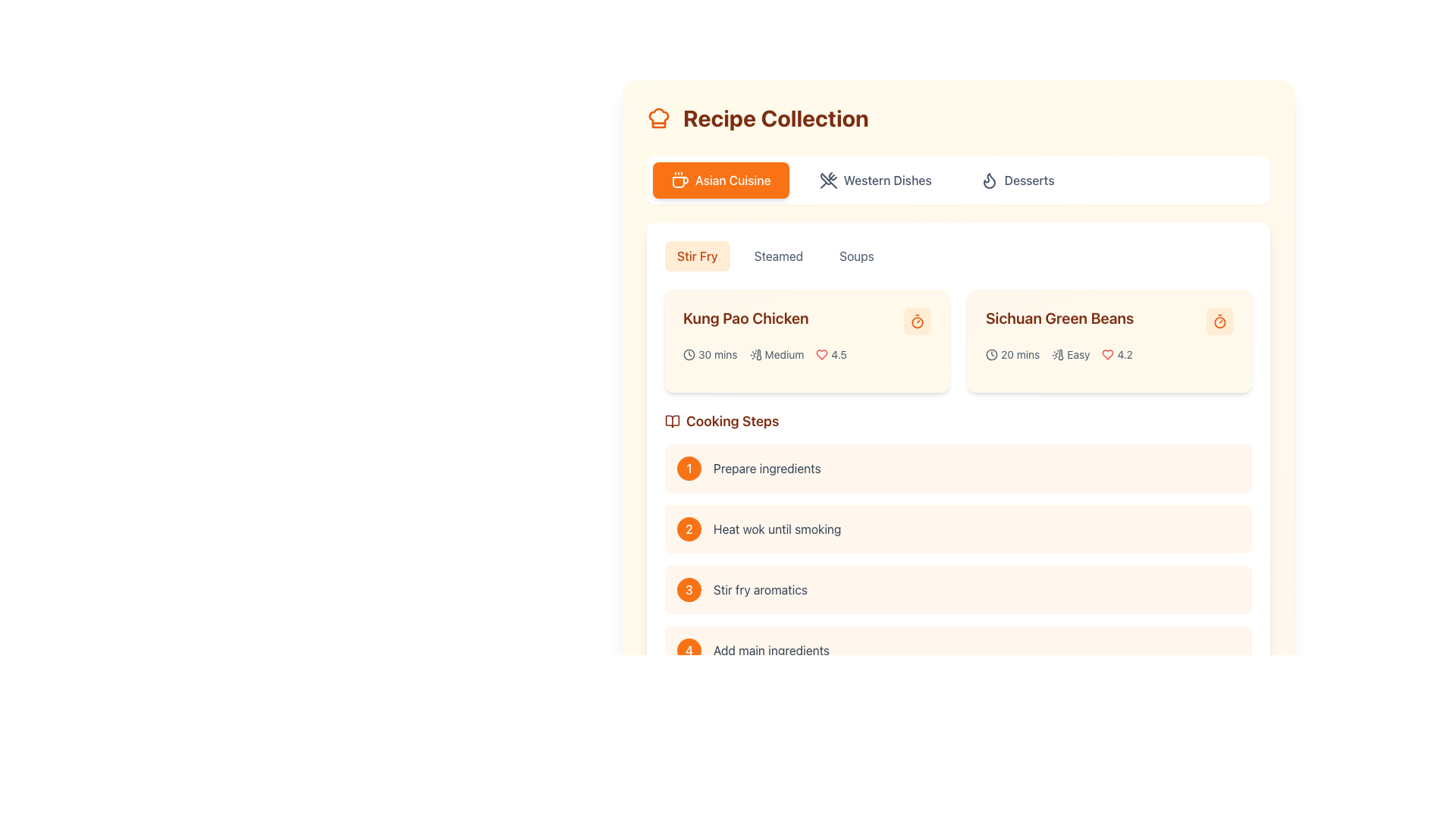  What do you see at coordinates (720, 180) in the screenshot?
I see `the 'Asian Cuisine' category selector button located at the top-left corner of the interface beneath the title 'Recipe Collection'` at bounding box center [720, 180].